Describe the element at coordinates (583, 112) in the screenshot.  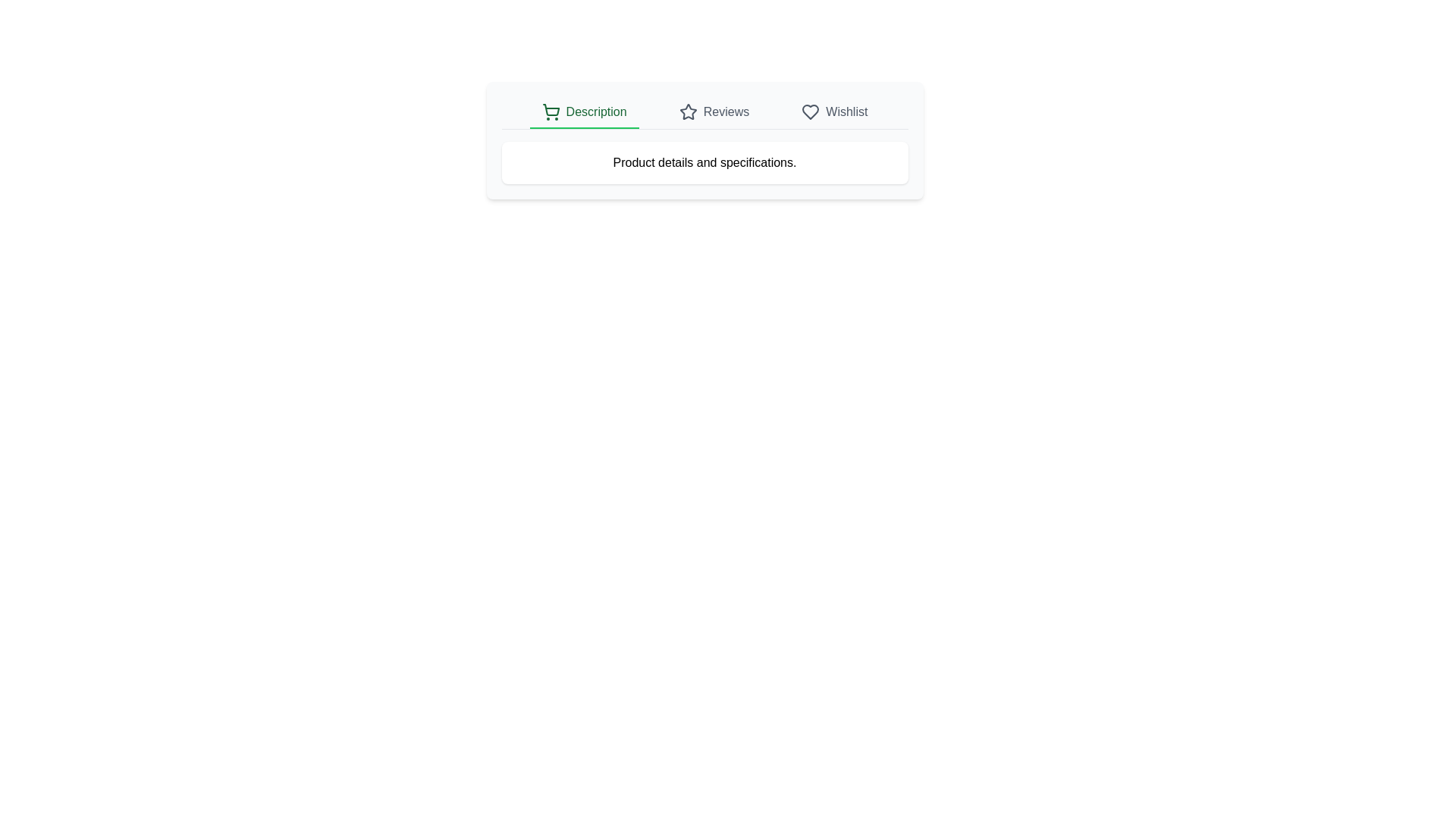
I see `the tab text Description to select it` at that location.